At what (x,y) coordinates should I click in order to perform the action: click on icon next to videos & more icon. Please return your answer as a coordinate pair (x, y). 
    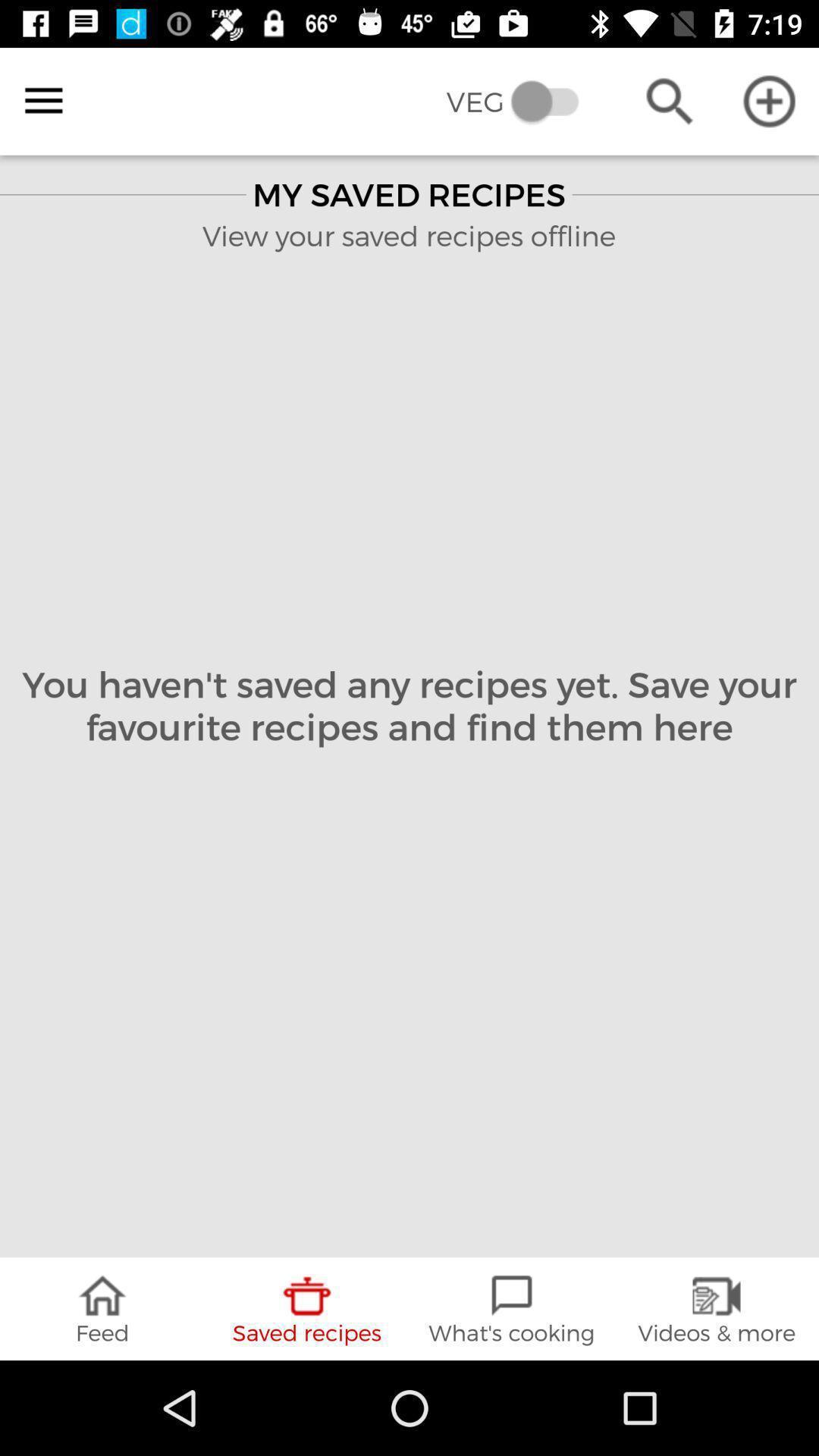
    Looking at the image, I should click on (512, 1308).